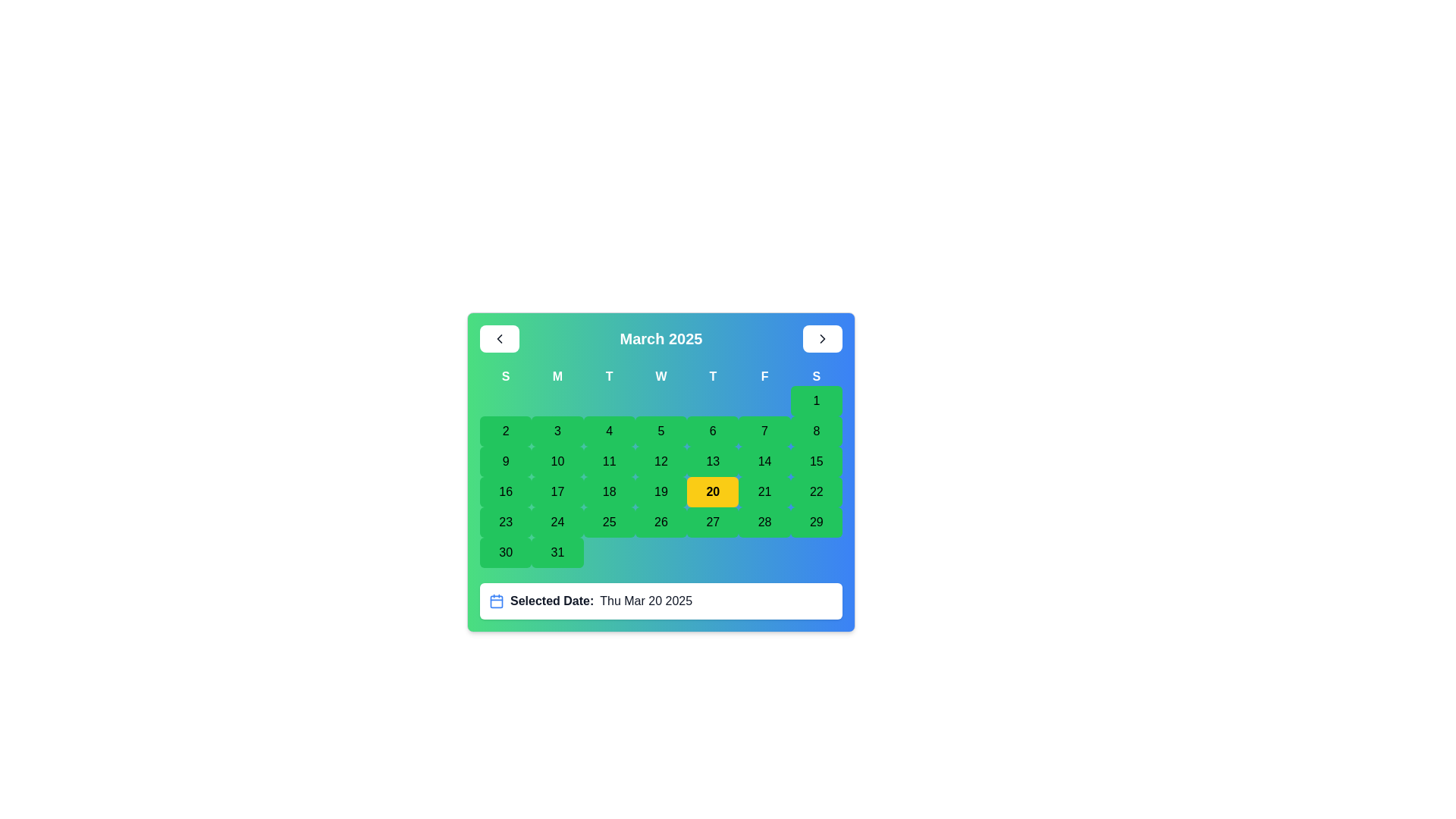  Describe the element at coordinates (764, 400) in the screenshot. I see `the decorative placeholder box in the first row and sixth column of the grid under the calendar interface` at that location.